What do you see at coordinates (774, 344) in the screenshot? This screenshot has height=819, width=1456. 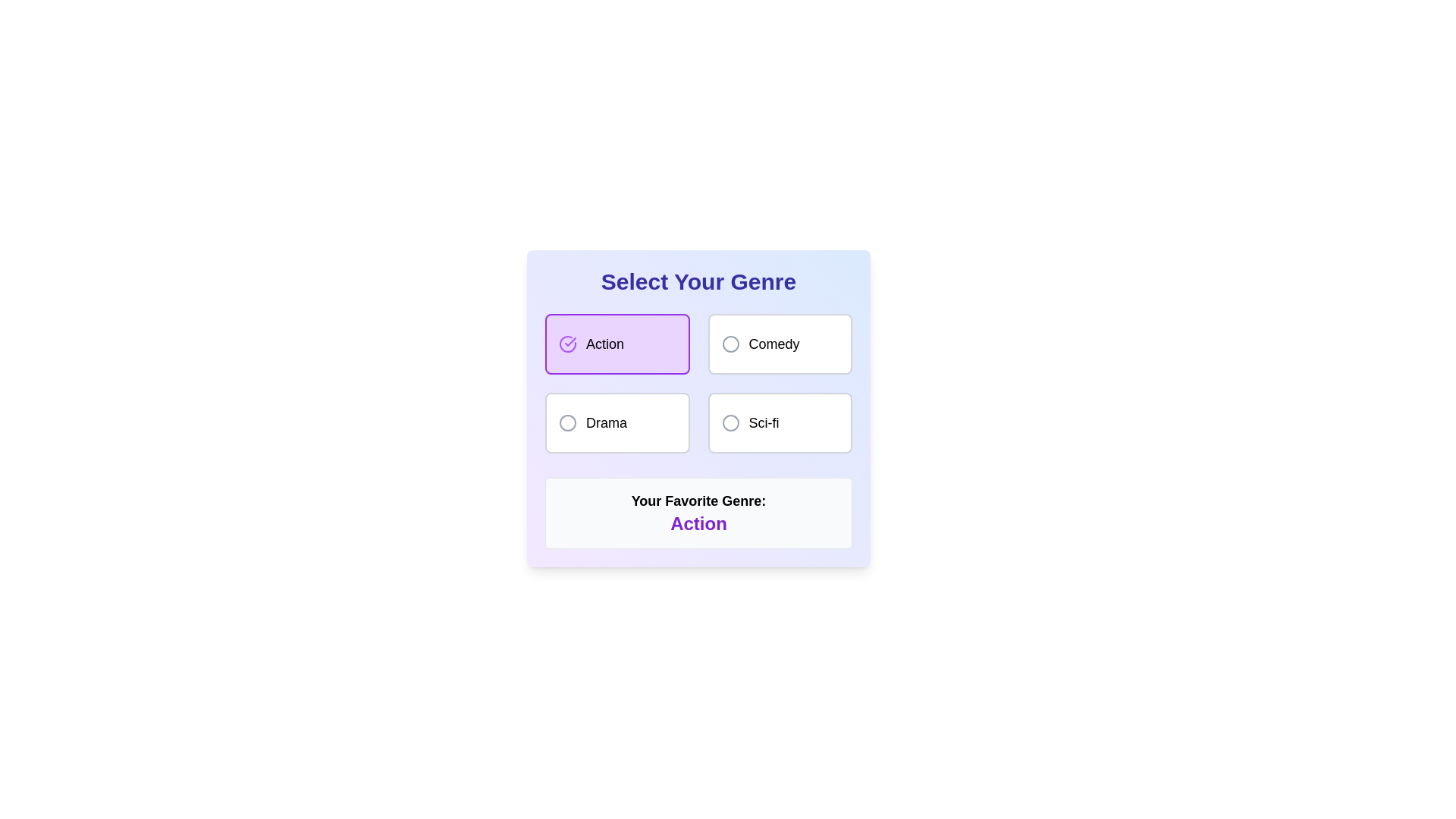 I see `the 'Comedy' genre label in the selection grid, located in the right column under 'Select Your Genre'` at bounding box center [774, 344].